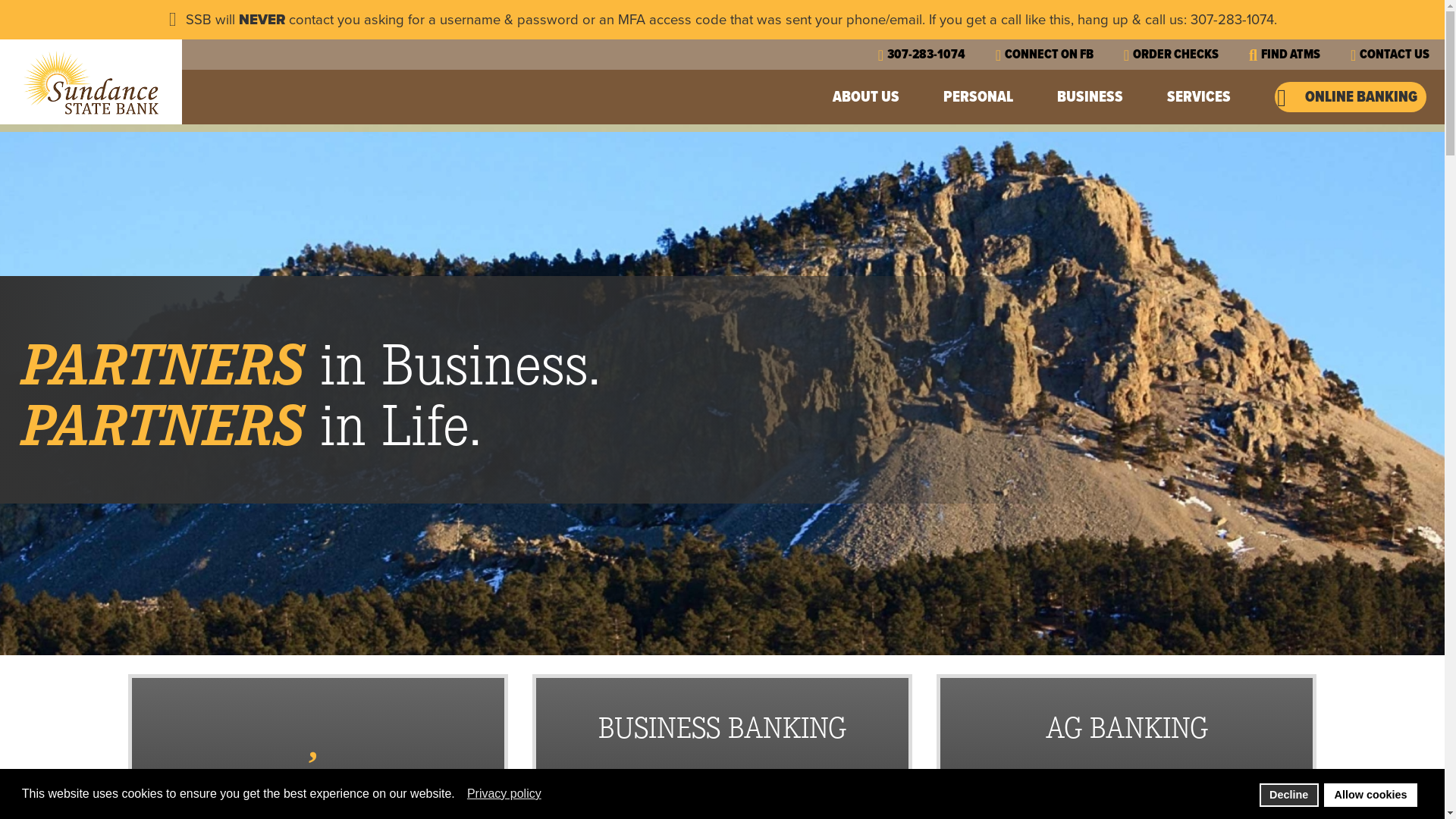 This screenshot has height=819, width=1456. Describe the element at coordinates (1124, 53) in the screenshot. I see `'ORDER CHECKS'` at that location.